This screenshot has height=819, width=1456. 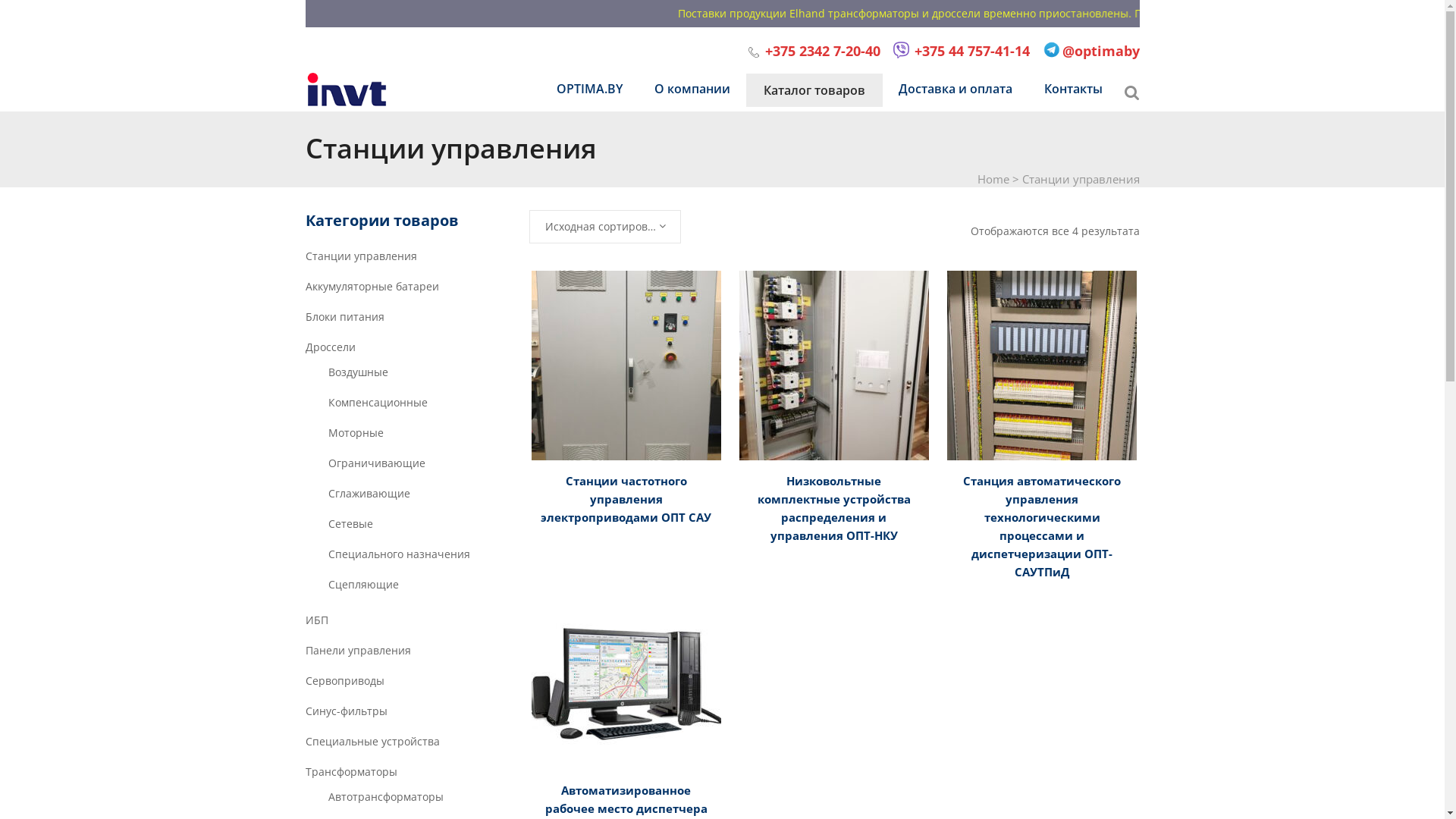 What do you see at coordinates (993, 177) in the screenshot?
I see `'Home'` at bounding box center [993, 177].